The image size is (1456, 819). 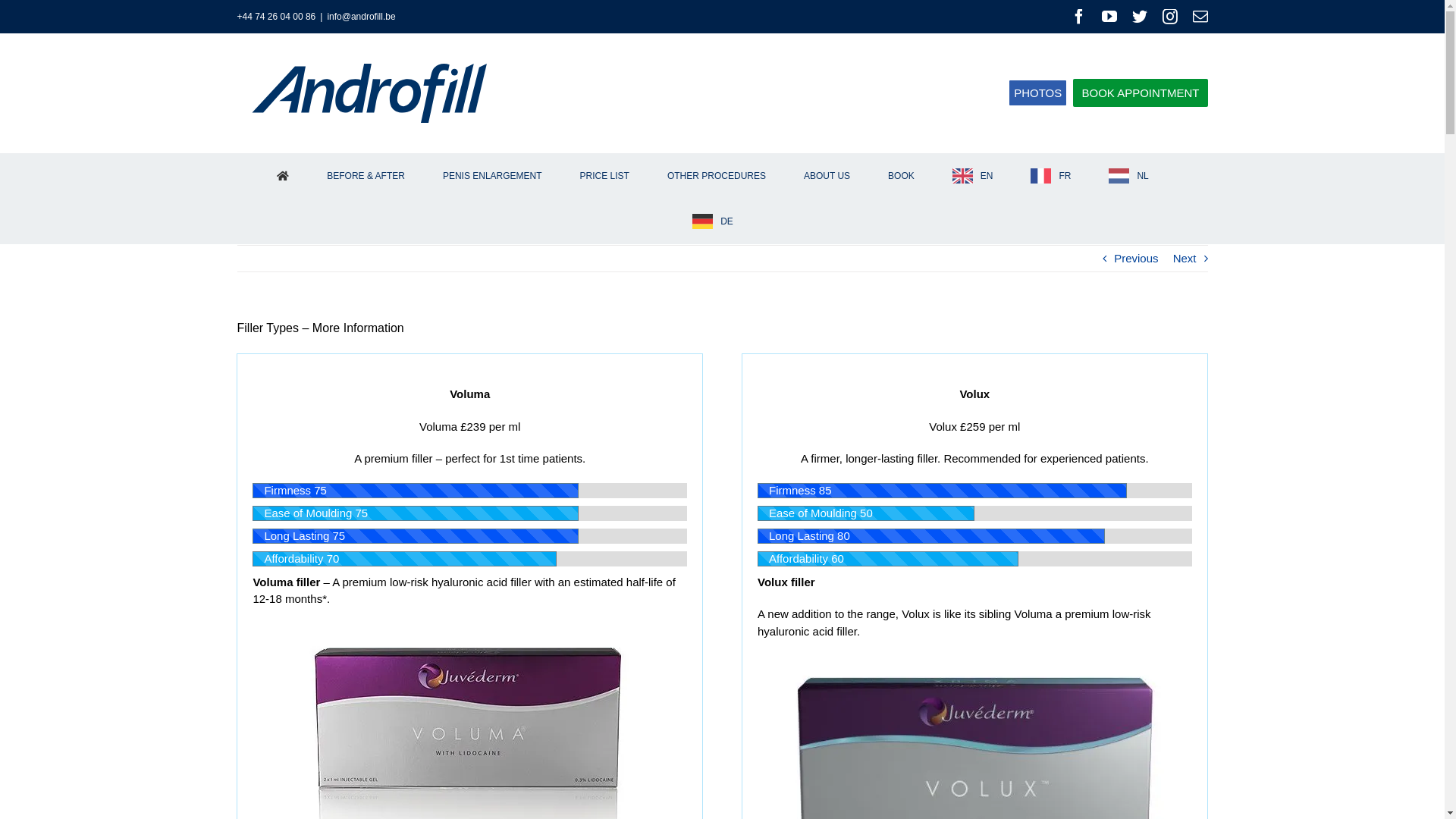 What do you see at coordinates (972, 174) in the screenshot?
I see `'EN'` at bounding box center [972, 174].